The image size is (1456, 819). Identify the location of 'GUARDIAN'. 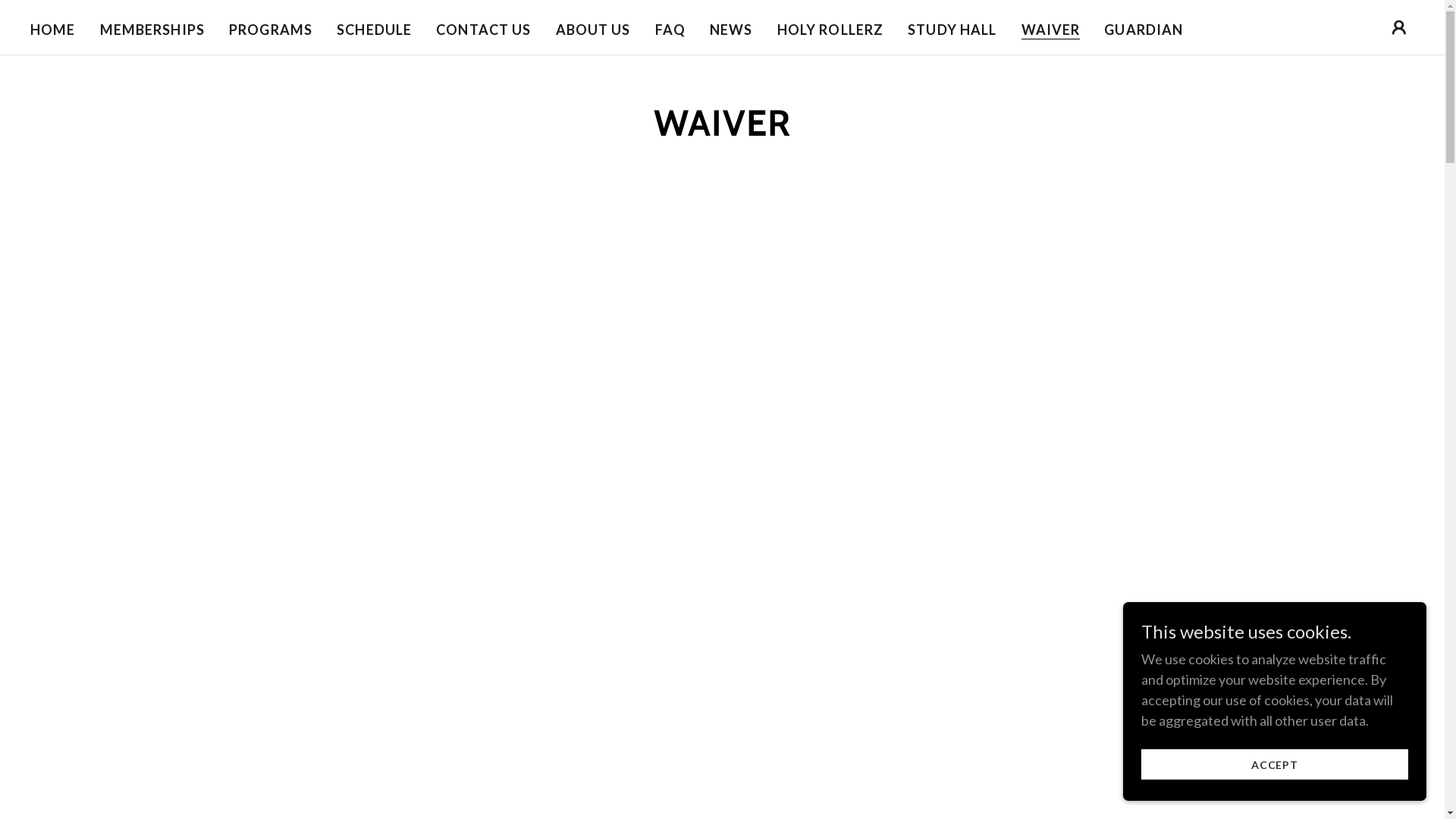
(1099, 29).